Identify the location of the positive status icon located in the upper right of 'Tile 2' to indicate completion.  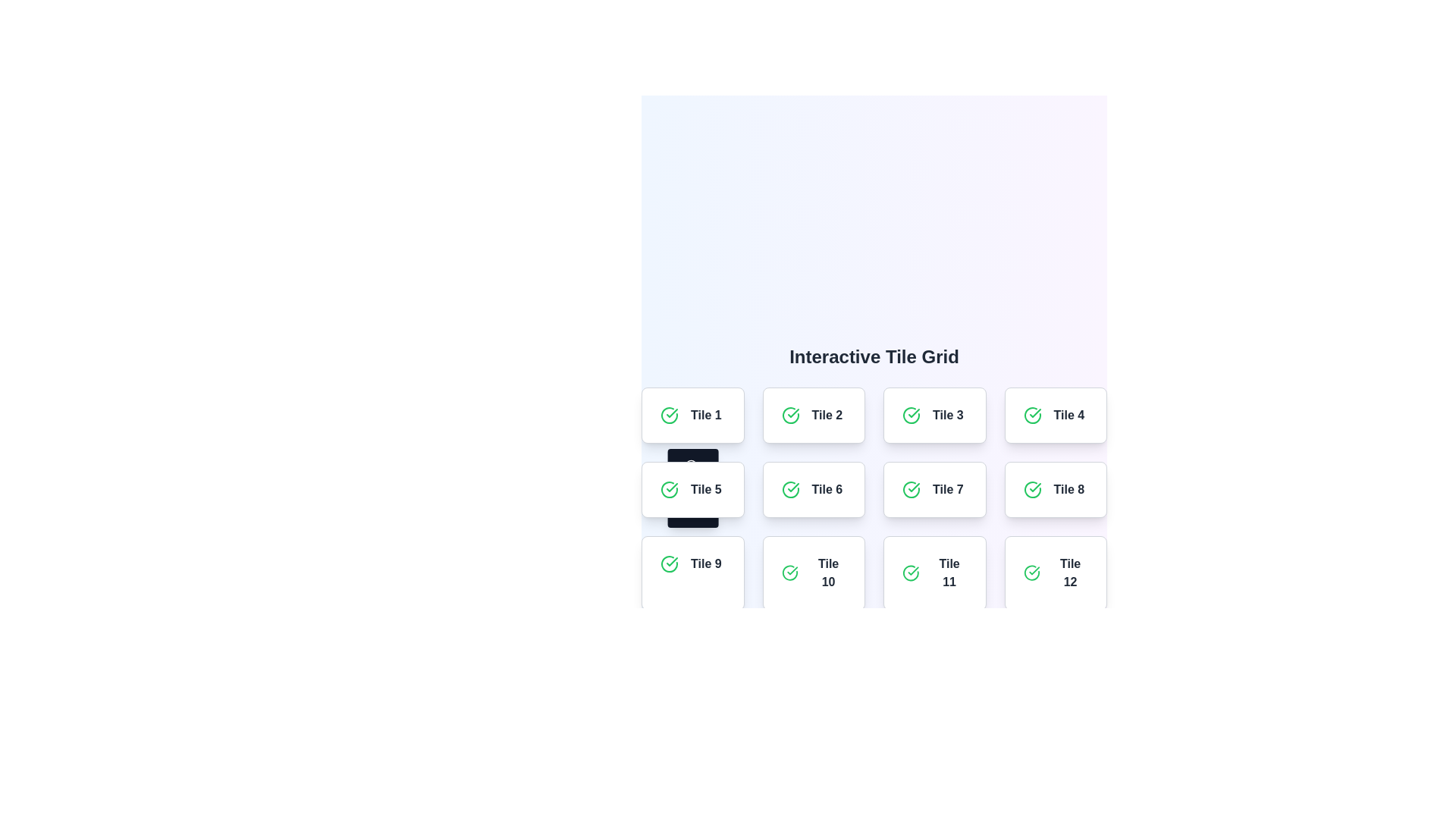
(789, 415).